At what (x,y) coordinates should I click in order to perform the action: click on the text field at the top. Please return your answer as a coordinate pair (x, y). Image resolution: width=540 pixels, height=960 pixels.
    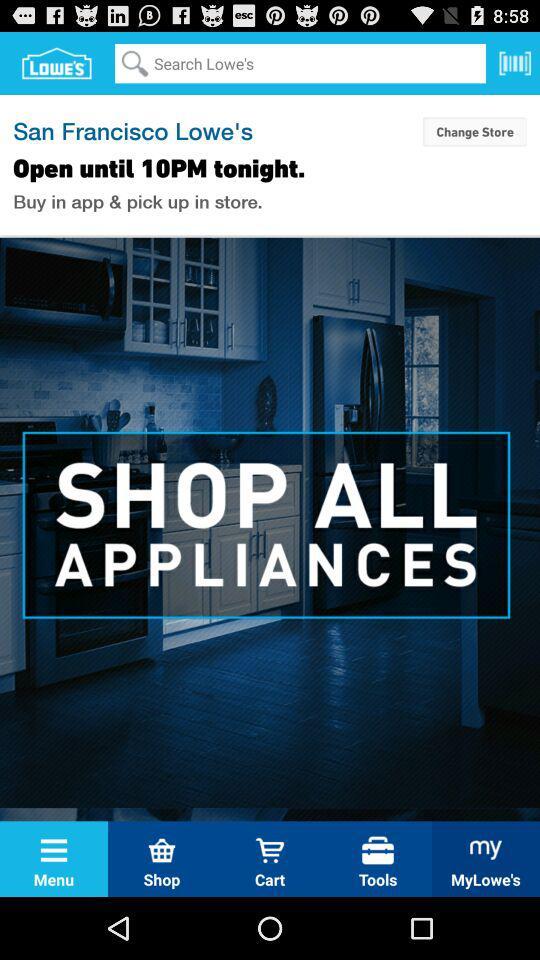
    Looking at the image, I should click on (299, 63).